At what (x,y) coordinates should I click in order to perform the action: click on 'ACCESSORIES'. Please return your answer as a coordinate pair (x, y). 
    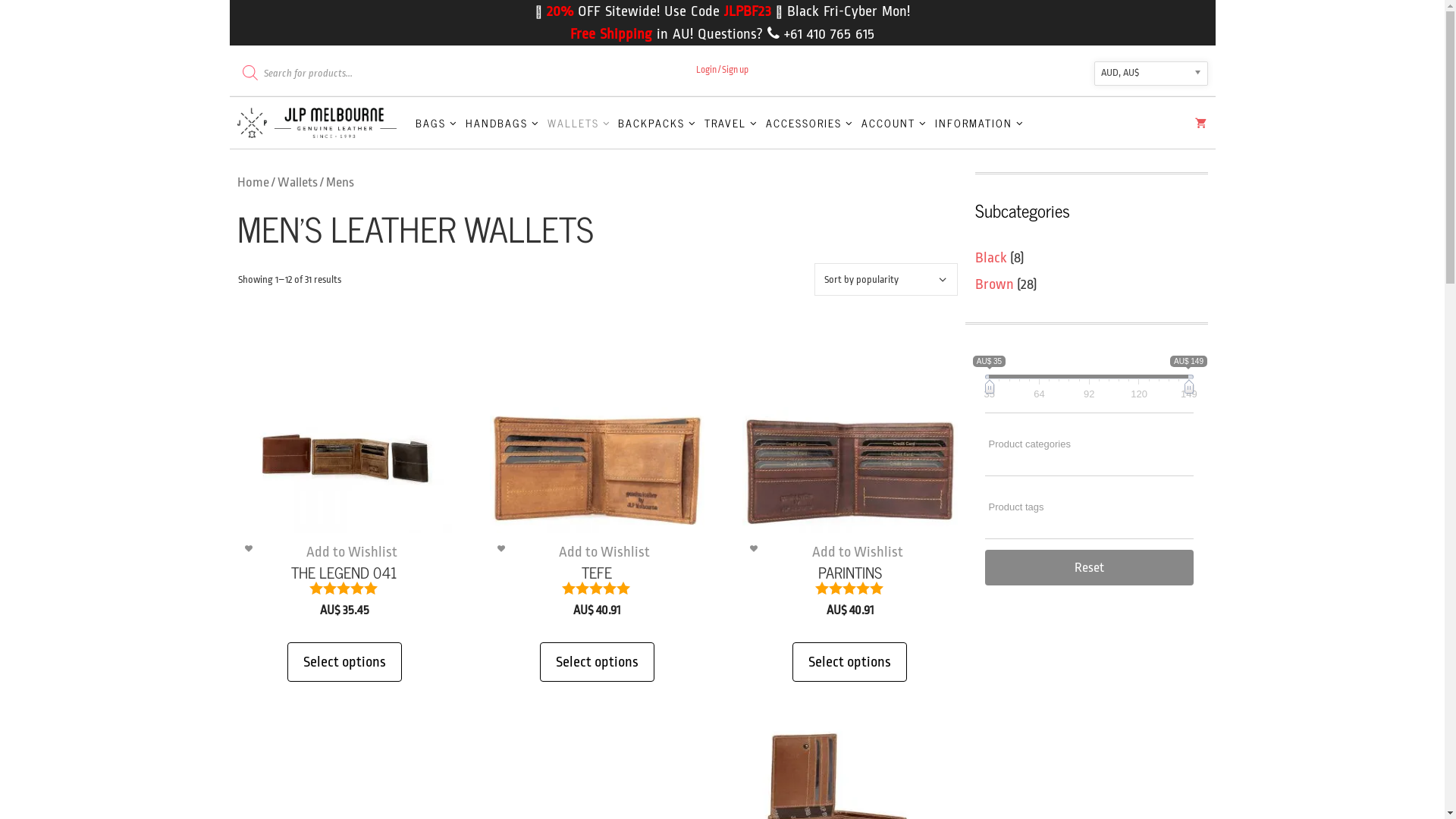
    Looking at the image, I should click on (809, 122).